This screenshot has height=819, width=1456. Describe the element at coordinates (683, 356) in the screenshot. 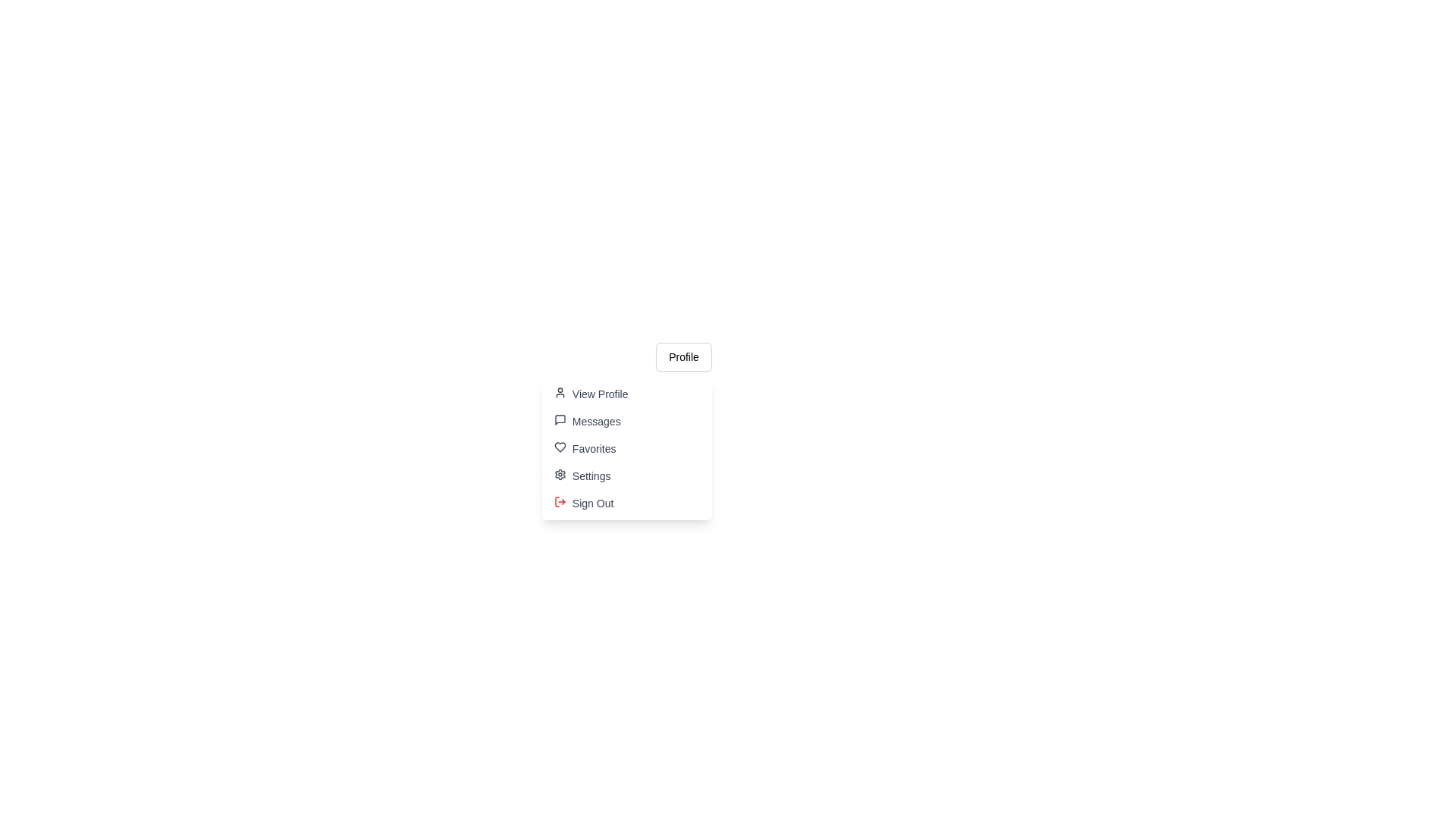

I see `the 'Profile' button with a white background and rounded corners located at the top-right of the dropdown menu` at that location.